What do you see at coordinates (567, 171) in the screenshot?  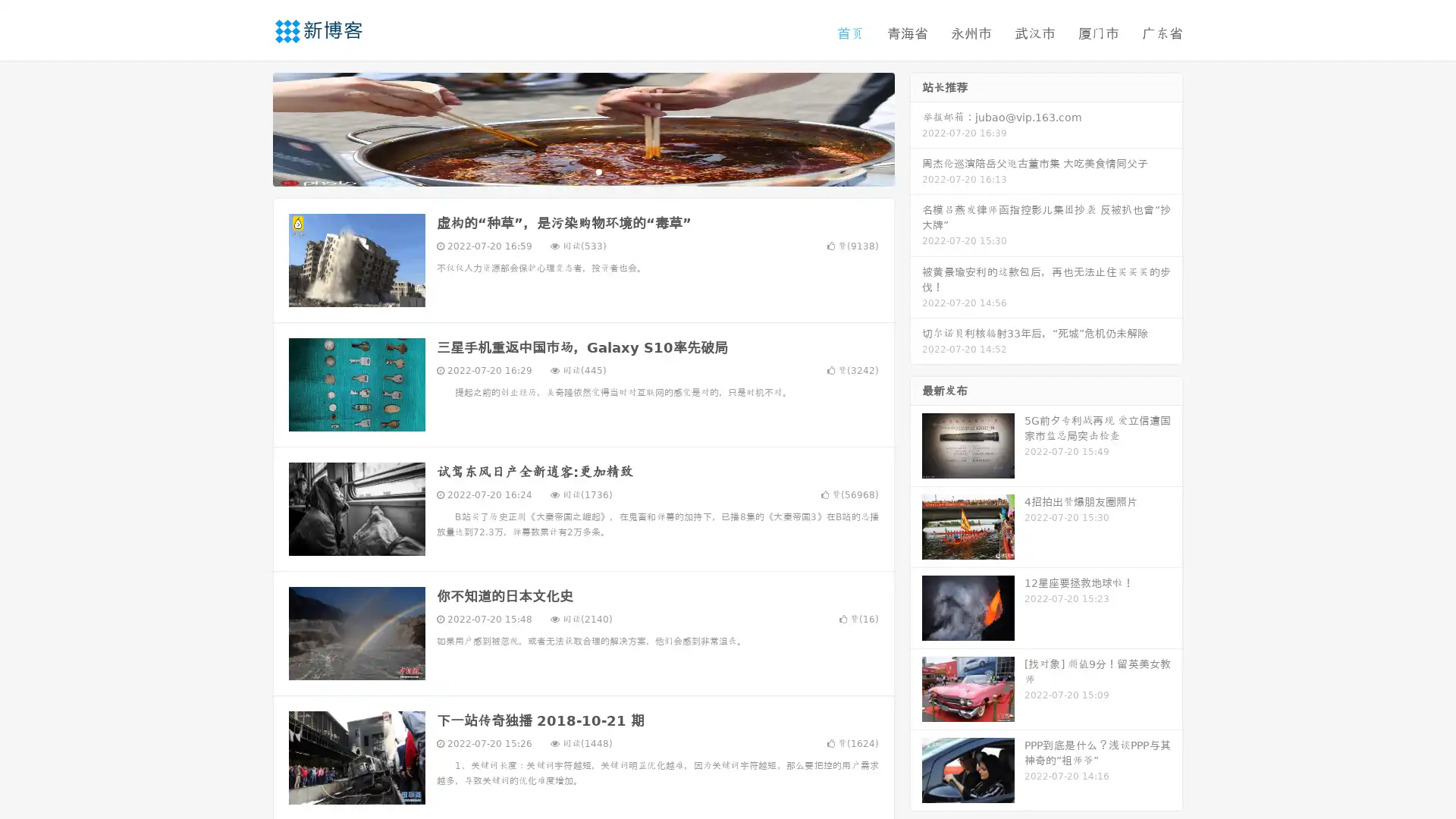 I see `Go to slide 1` at bounding box center [567, 171].